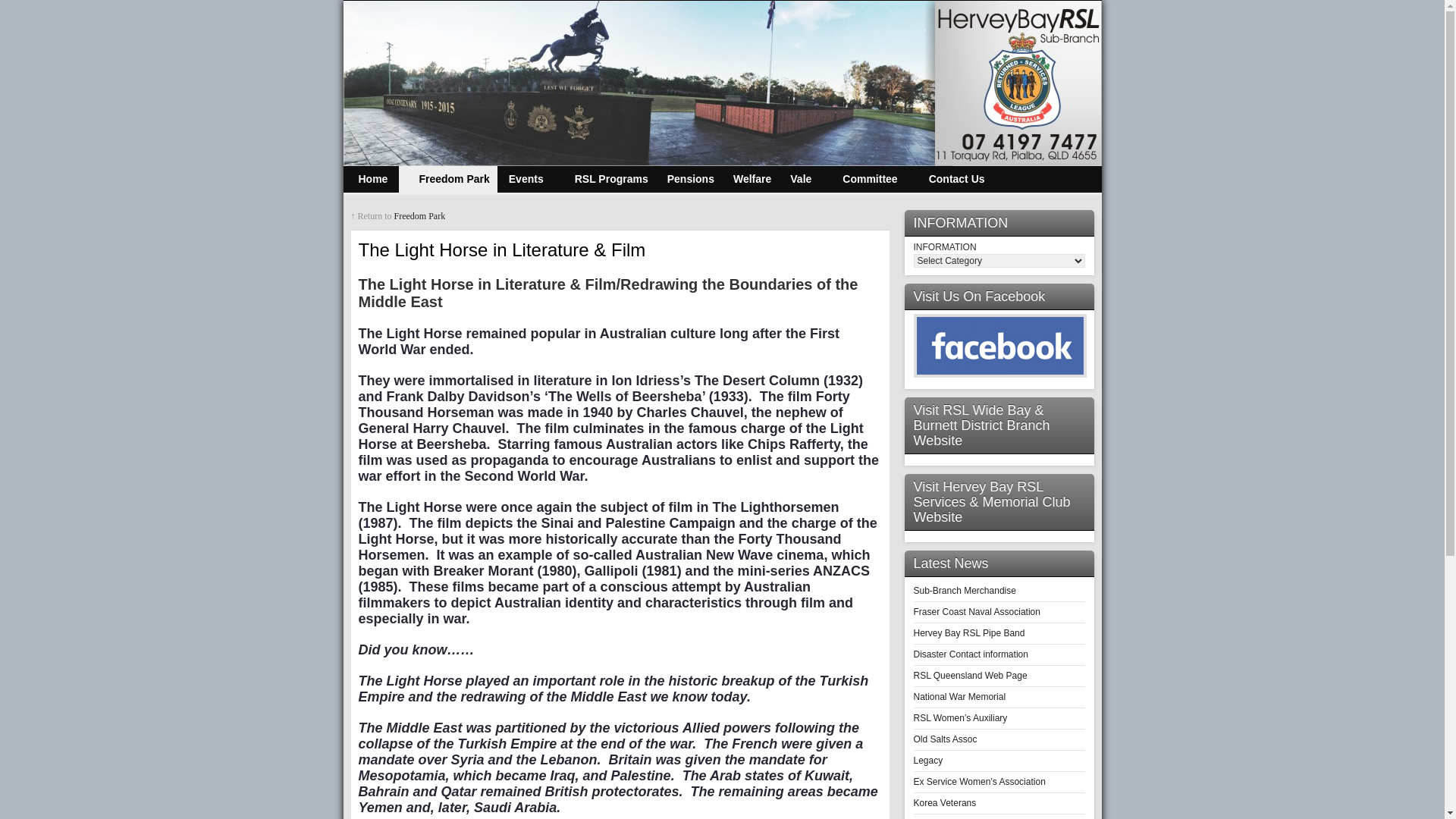 Image resolution: width=1456 pixels, height=819 pixels. What do you see at coordinates (419, 216) in the screenshot?
I see `'Freedom Park'` at bounding box center [419, 216].